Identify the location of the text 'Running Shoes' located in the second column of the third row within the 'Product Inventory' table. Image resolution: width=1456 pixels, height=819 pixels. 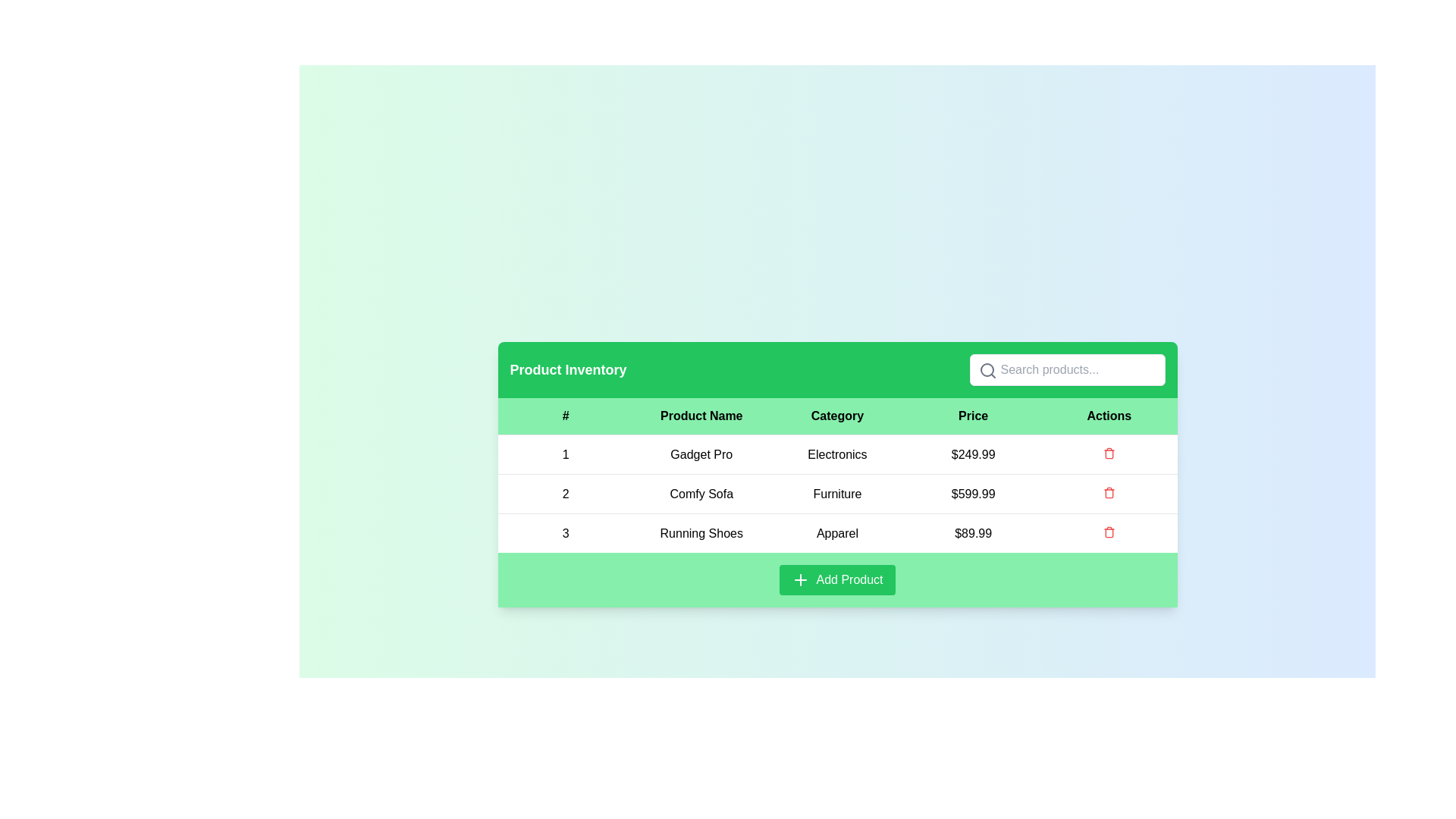
(701, 532).